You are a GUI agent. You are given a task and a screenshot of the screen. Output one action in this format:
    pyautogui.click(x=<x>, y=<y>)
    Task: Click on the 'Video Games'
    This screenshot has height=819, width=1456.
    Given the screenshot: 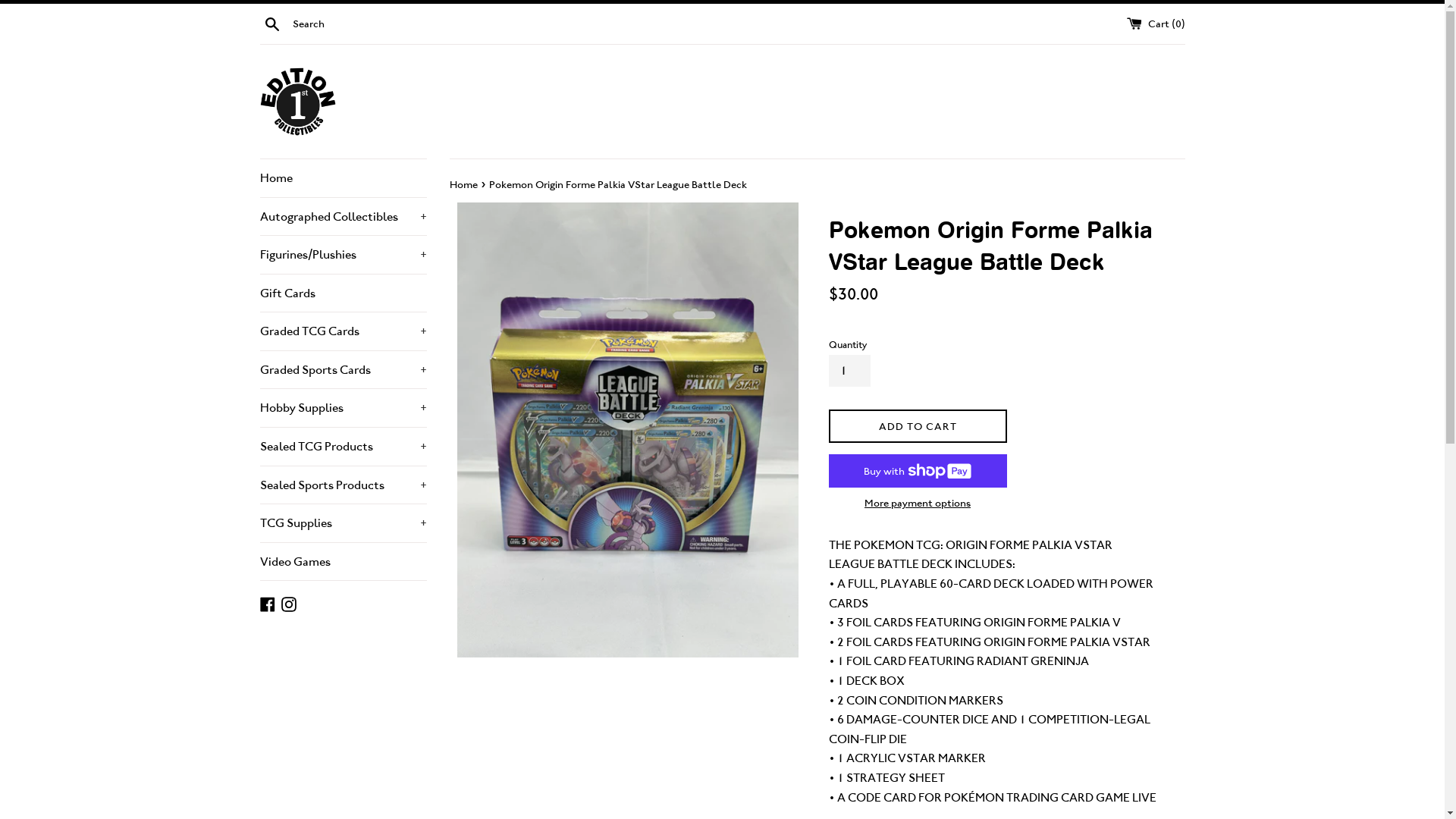 What is the action you would take?
    pyautogui.click(x=341, y=561)
    